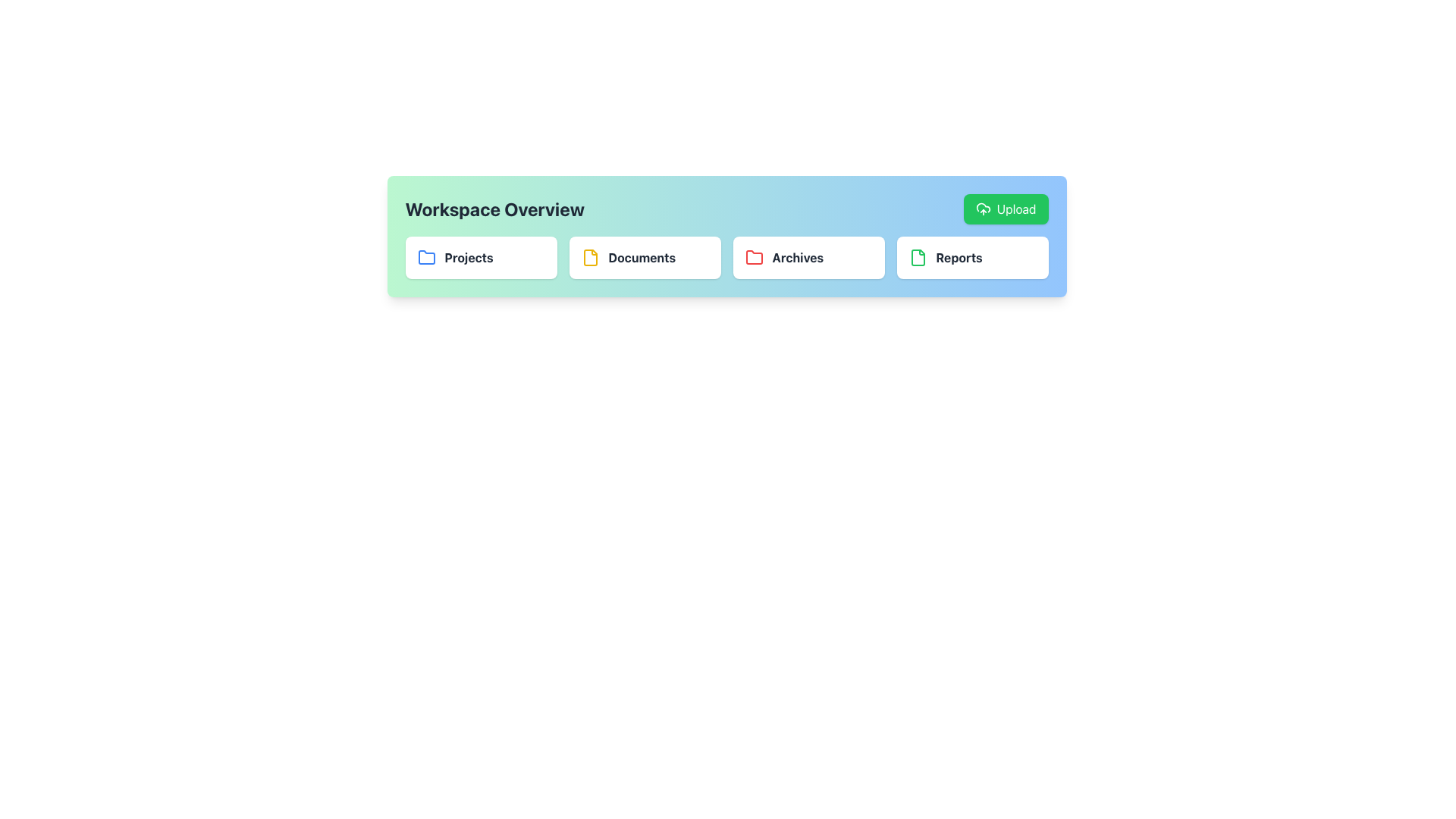  Describe the element at coordinates (642, 256) in the screenshot. I see `the 'Documents' label that indicates the section within the interface, located to the right of a yellow folder icon` at that location.